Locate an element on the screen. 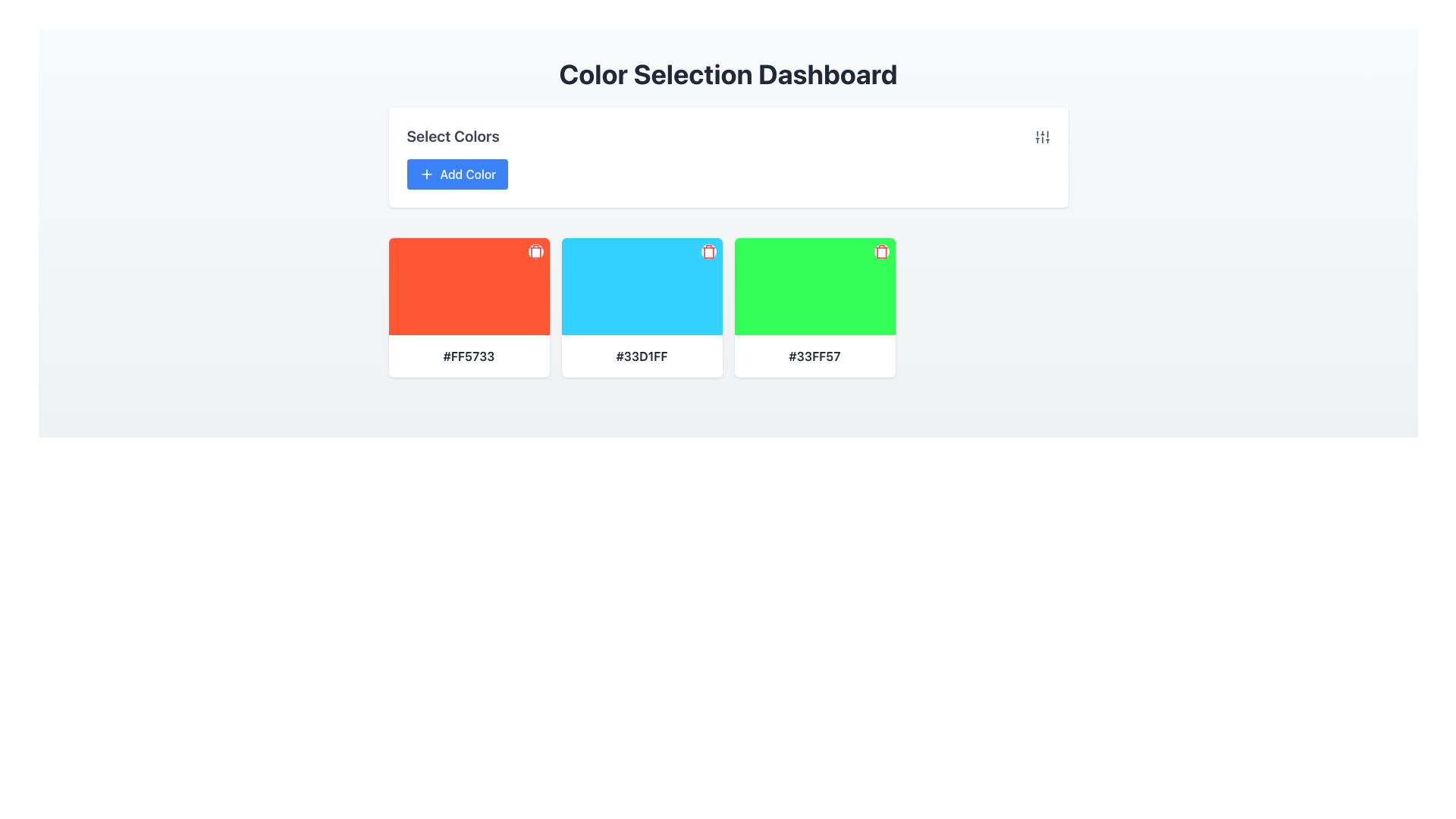  the circular delete button with a white background and a red trash can icon located at the top-right corner of the card colored '#FF5733' is located at coordinates (535, 250).